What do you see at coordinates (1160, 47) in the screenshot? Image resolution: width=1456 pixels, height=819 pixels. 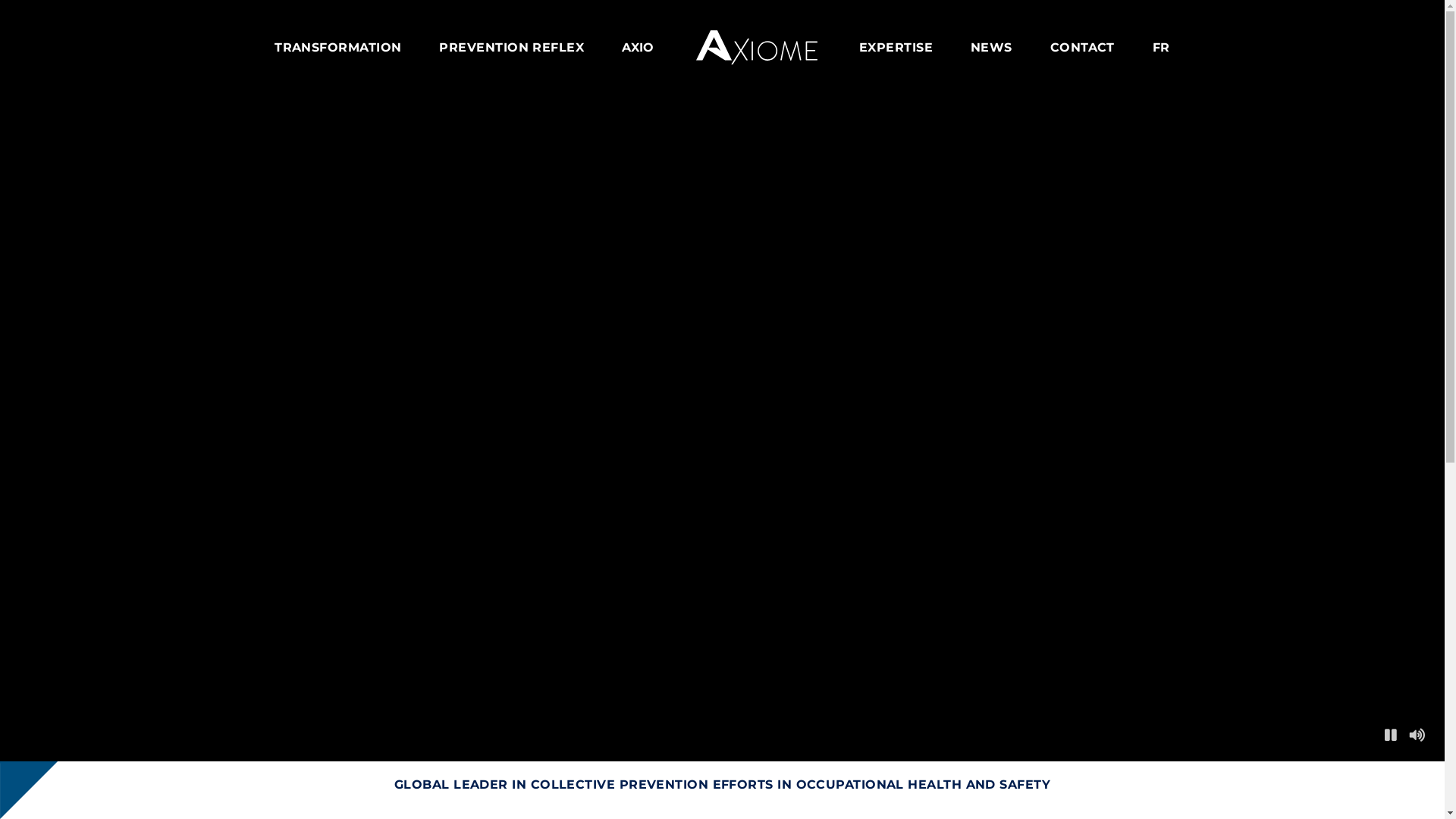 I see `'FR'` at bounding box center [1160, 47].